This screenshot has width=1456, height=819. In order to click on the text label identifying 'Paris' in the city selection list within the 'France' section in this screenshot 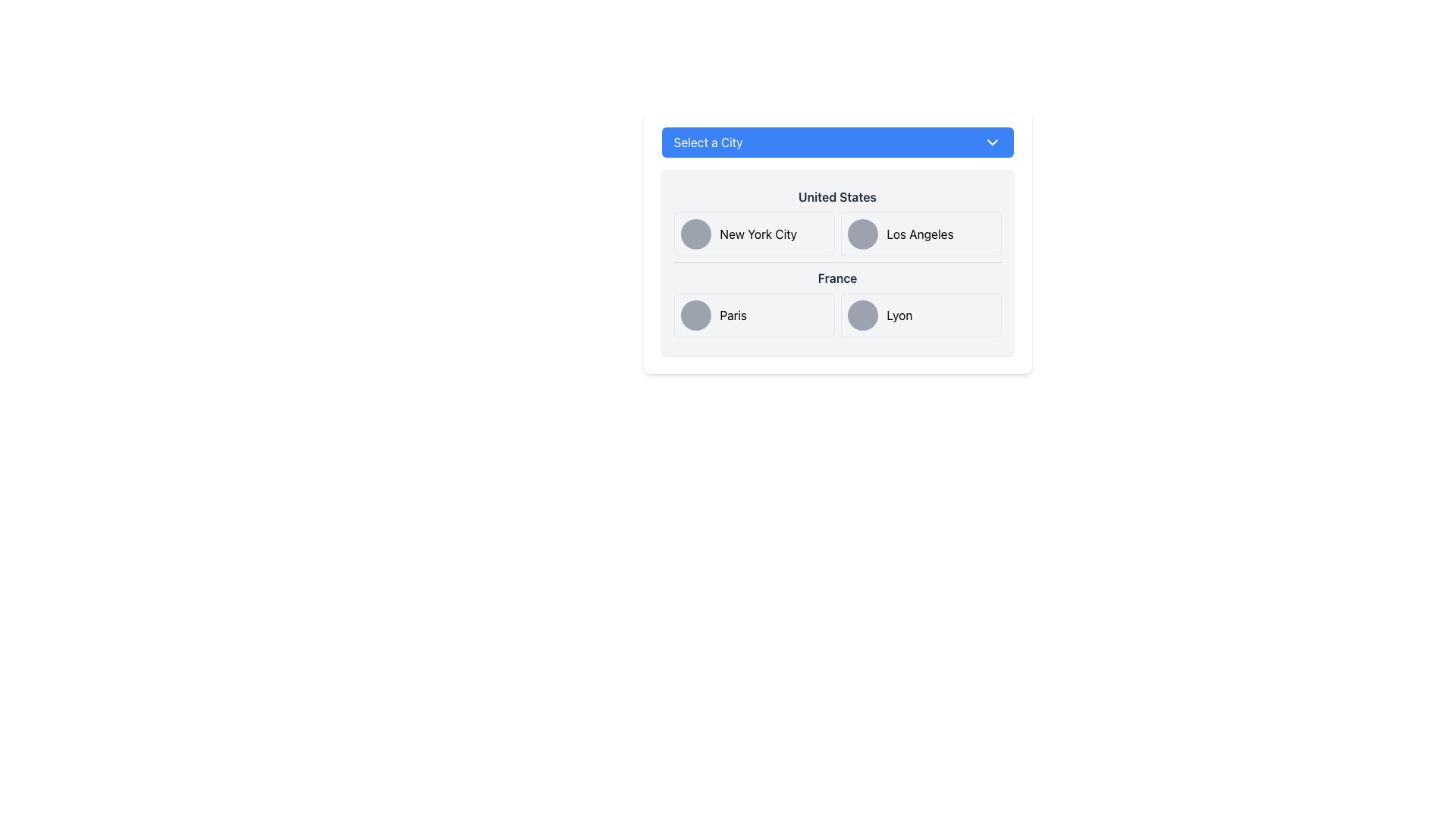, I will do `click(733, 315)`.